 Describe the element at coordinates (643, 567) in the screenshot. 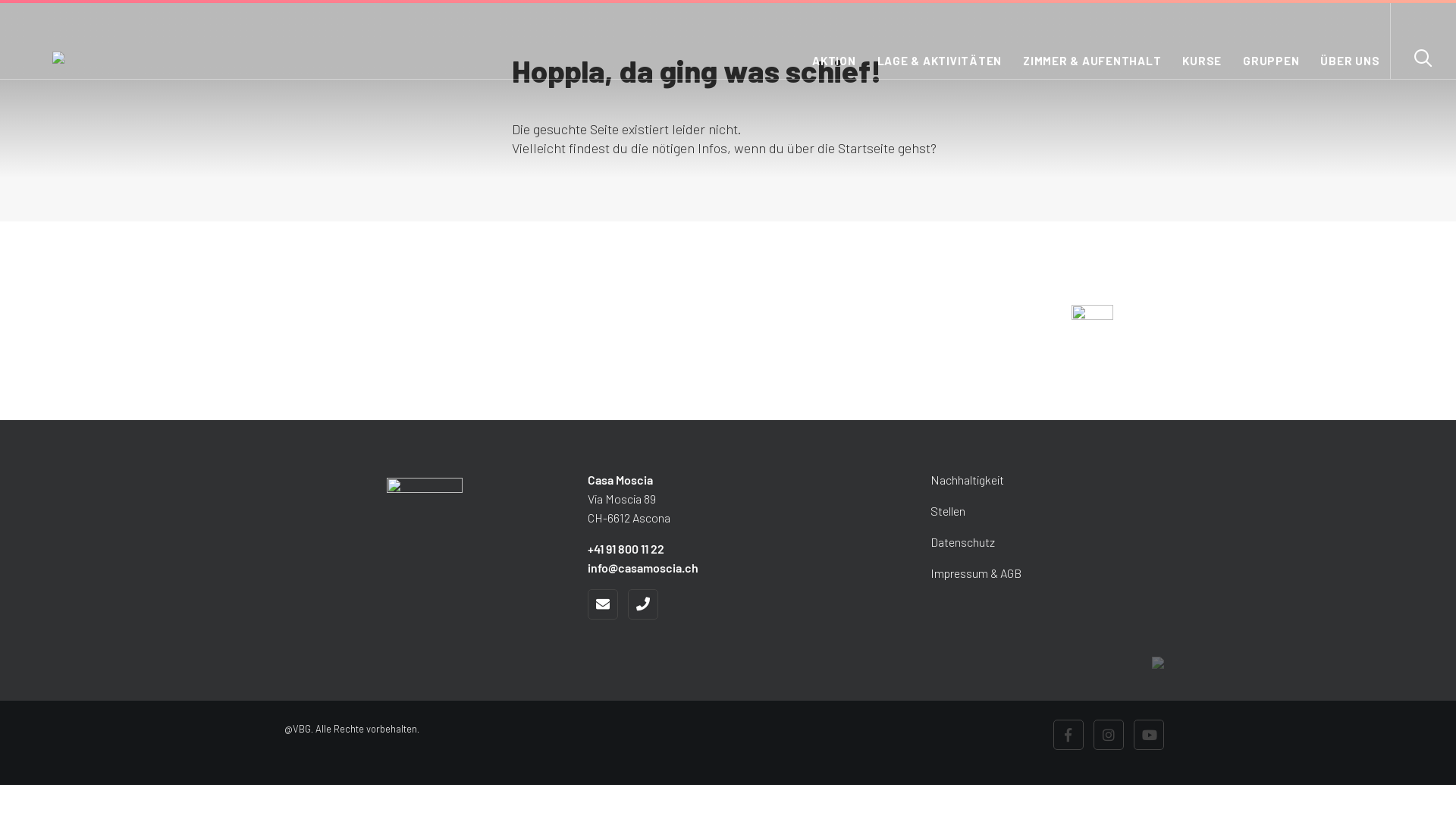

I see `'info@casamoscia.ch'` at that location.